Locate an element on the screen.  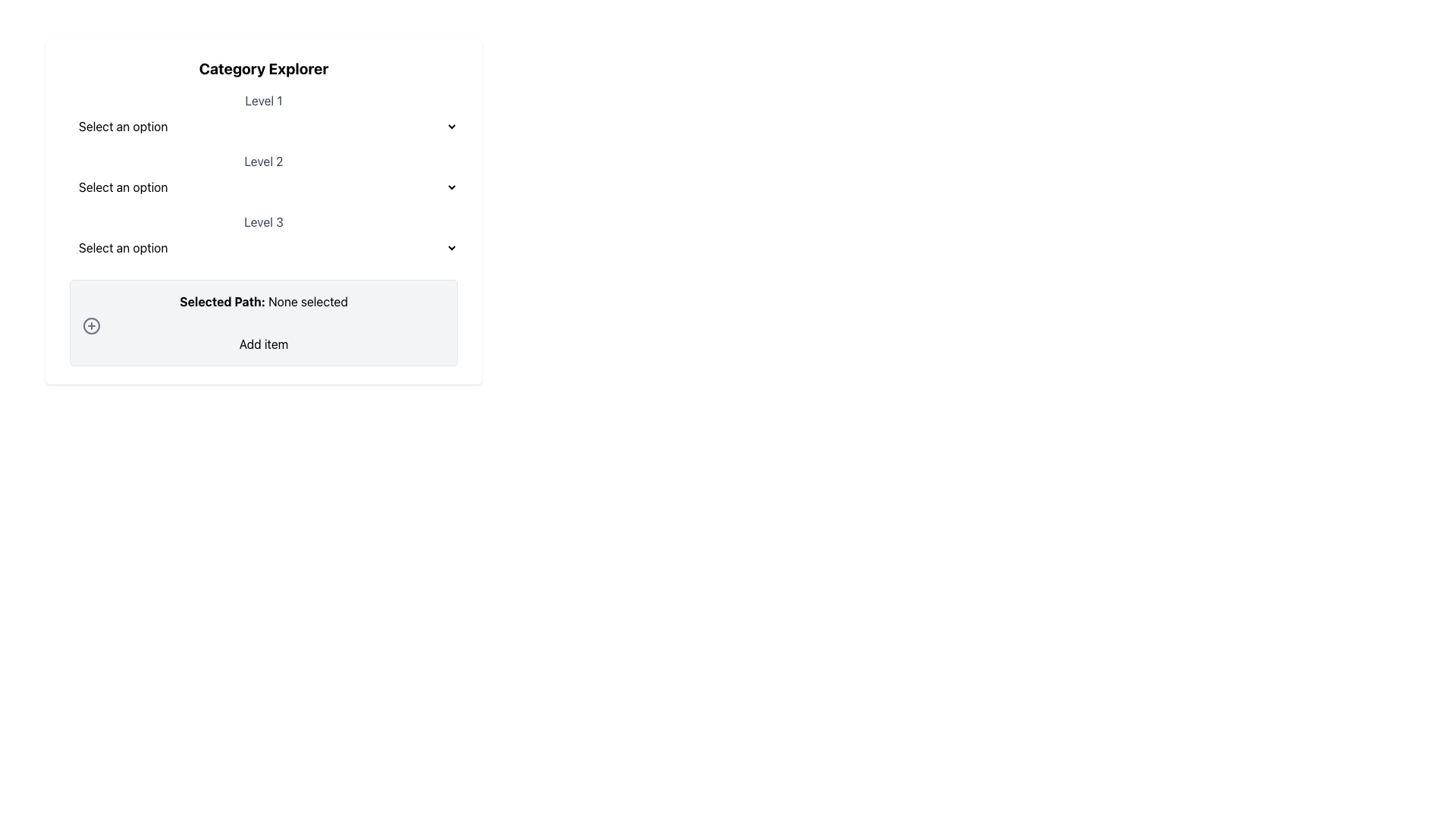
the Level 2 label that provides context for the dropdown menu below it is located at coordinates (263, 161).